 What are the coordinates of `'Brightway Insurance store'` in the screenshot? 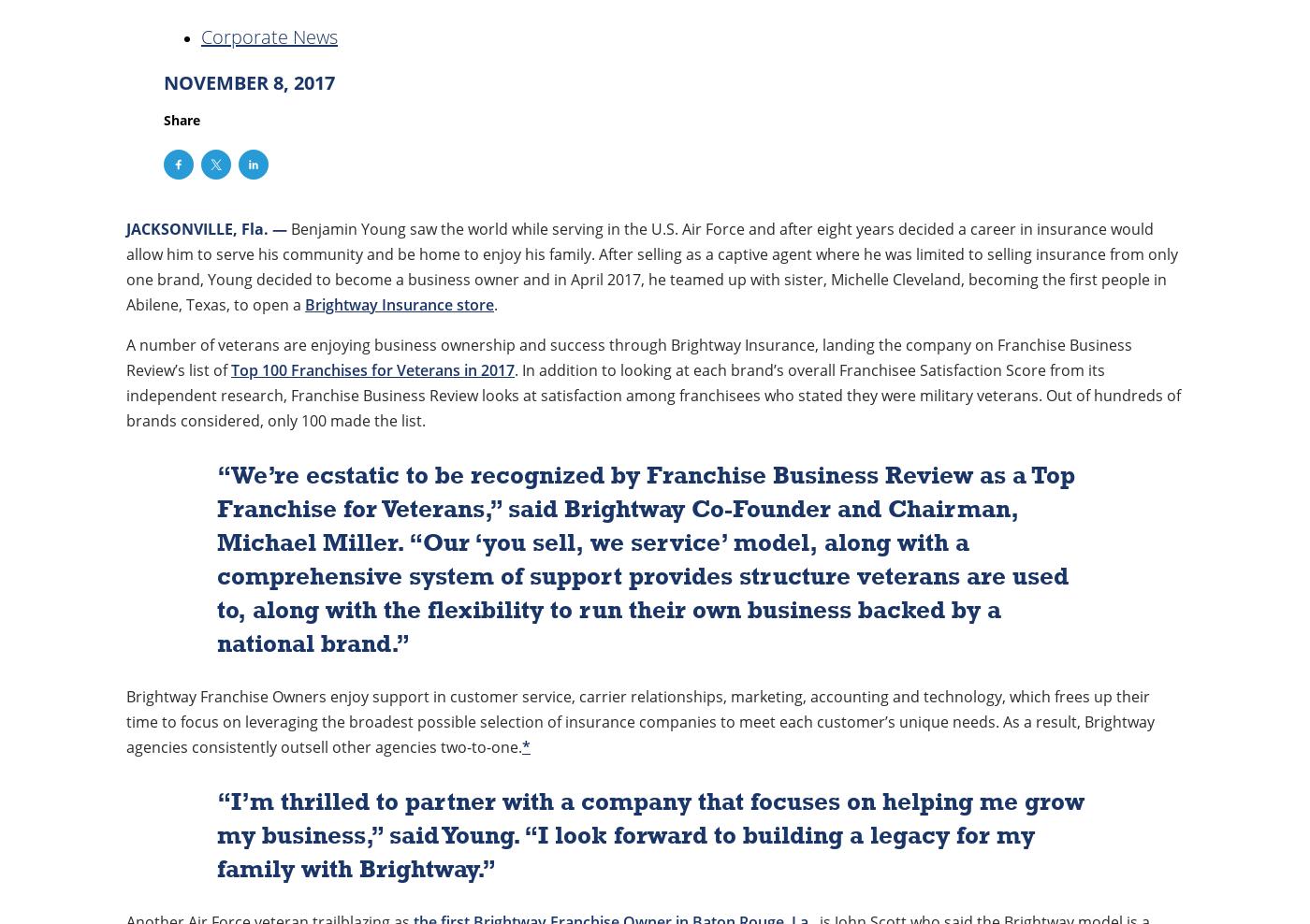 It's located at (400, 303).